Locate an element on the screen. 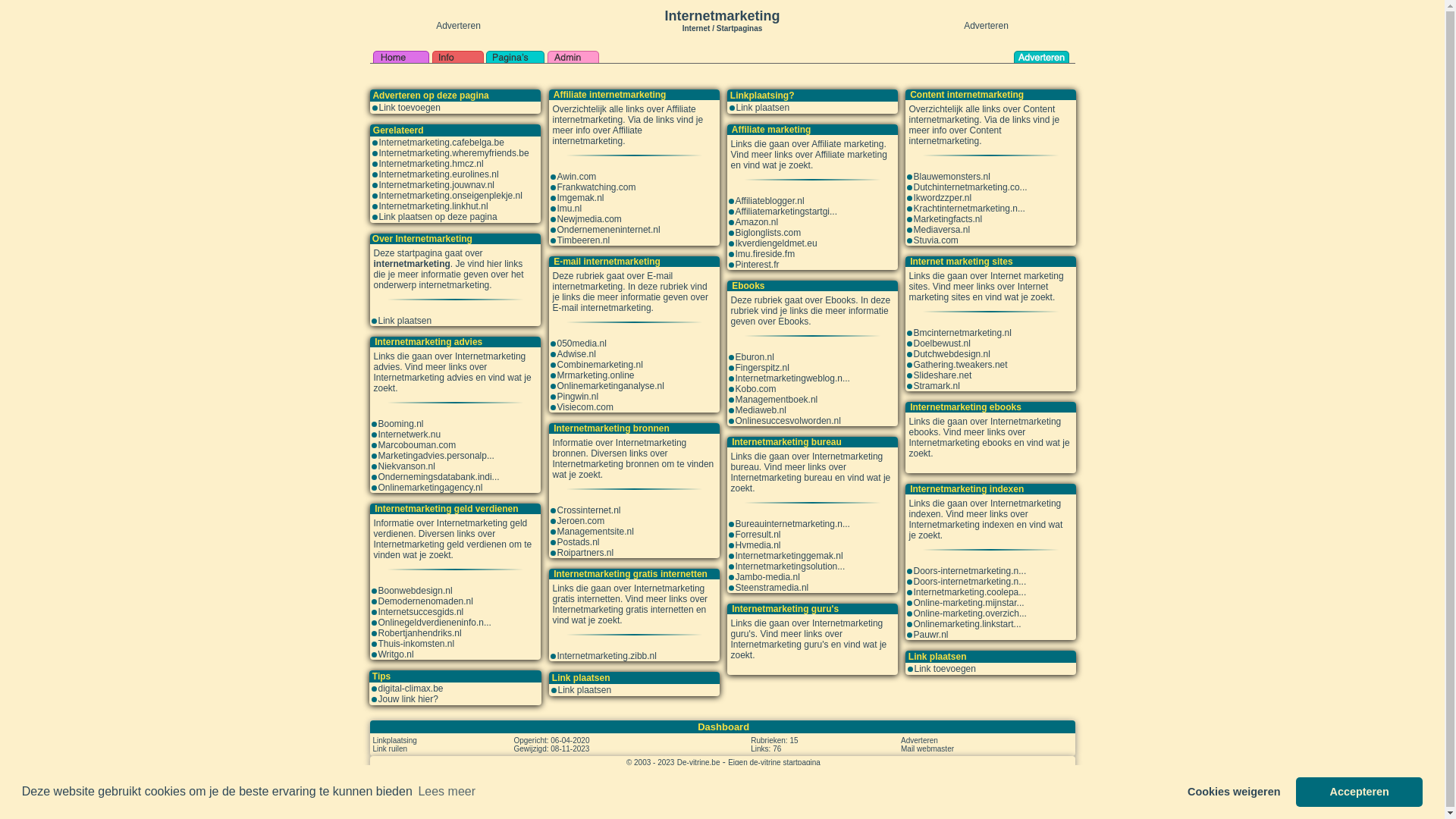 This screenshot has height=819, width=1456. 'Pinterest.fr' is located at coordinates (757, 263).